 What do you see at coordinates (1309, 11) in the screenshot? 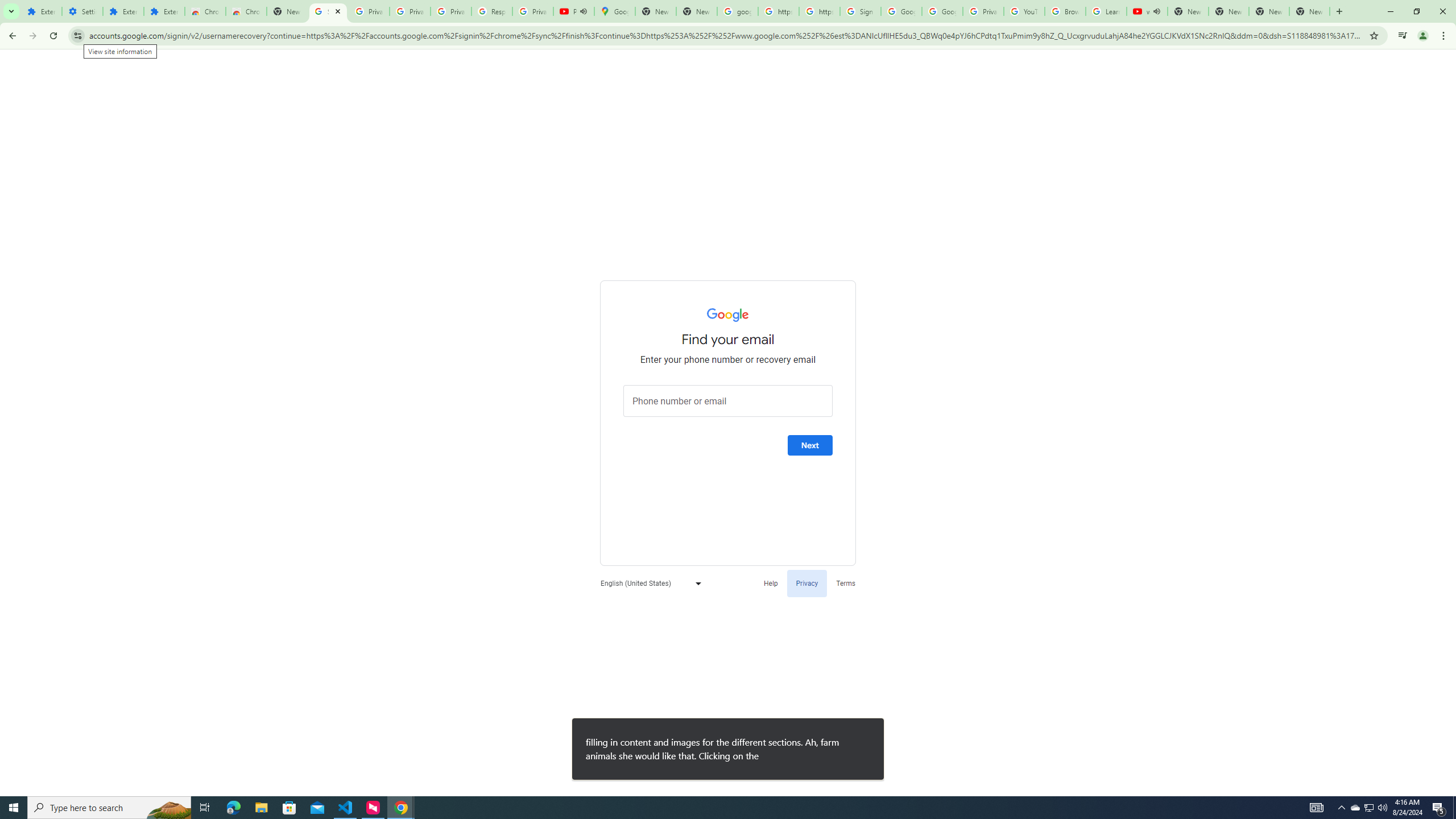
I see `'New Tab'` at bounding box center [1309, 11].